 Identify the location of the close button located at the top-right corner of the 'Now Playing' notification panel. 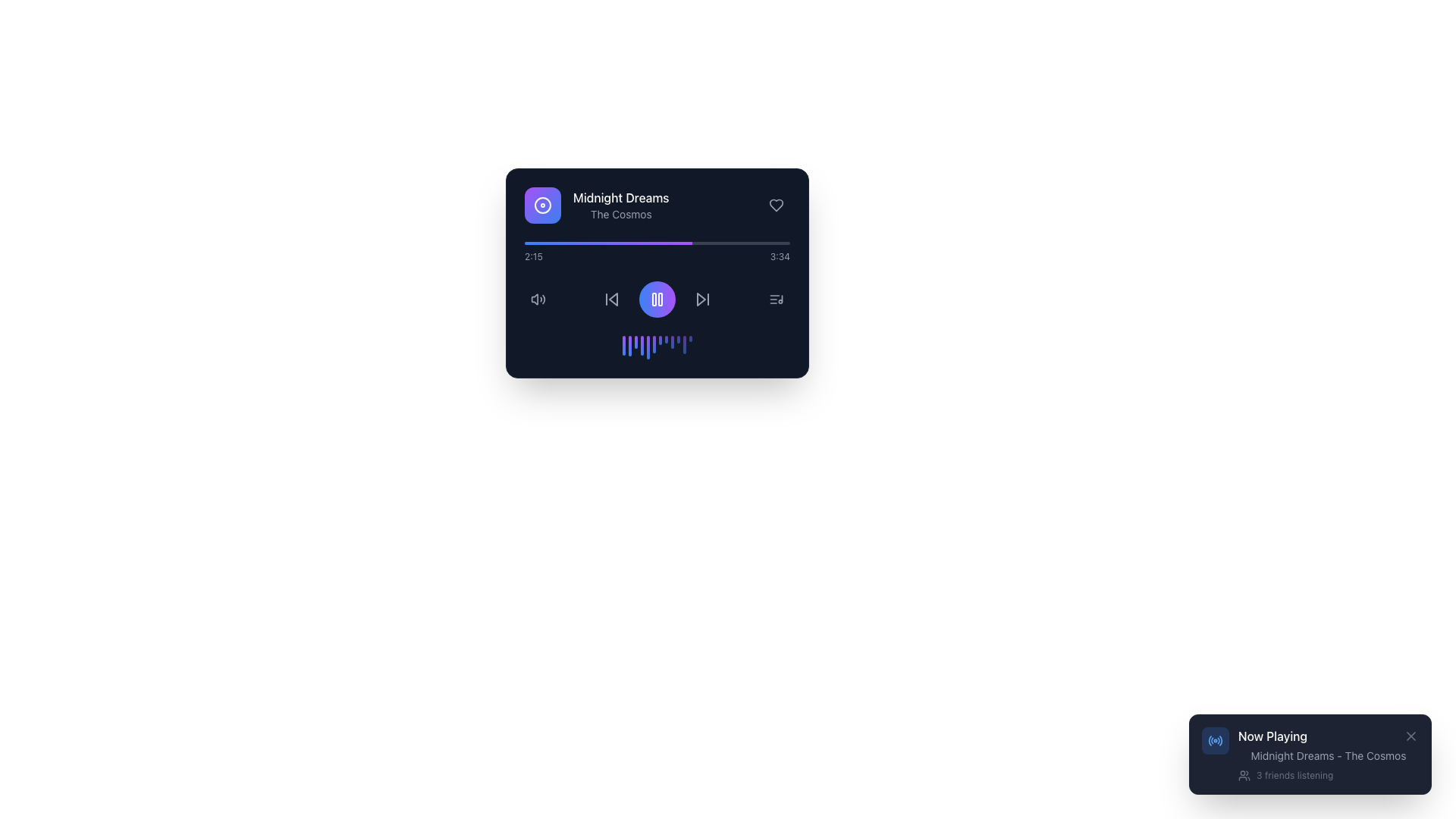
(1410, 736).